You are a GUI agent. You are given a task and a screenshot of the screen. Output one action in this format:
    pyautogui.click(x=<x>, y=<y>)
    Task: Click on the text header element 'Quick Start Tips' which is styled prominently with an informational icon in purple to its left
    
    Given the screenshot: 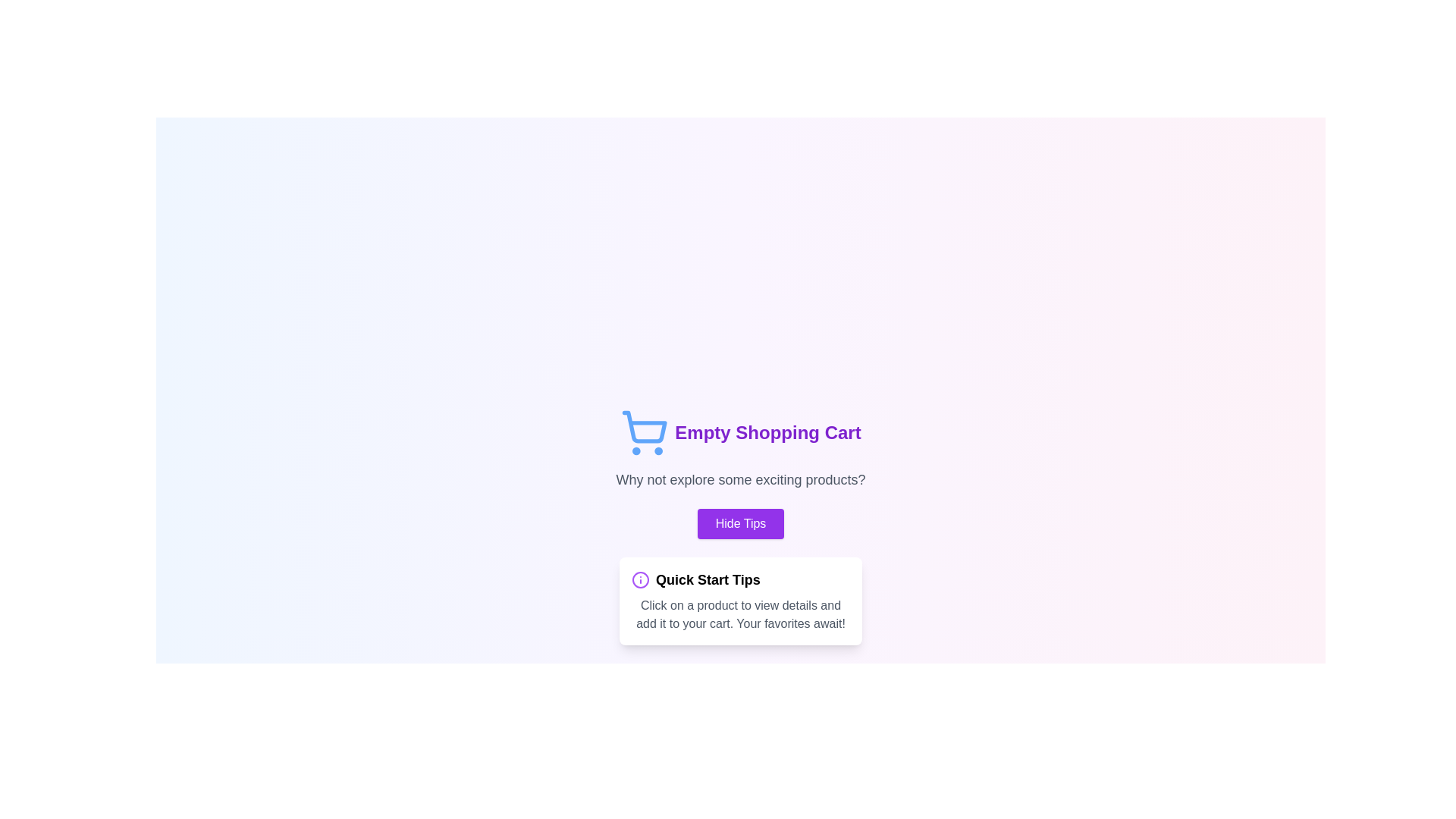 What is the action you would take?
    pyautogui.click(x=741, y=579)
    